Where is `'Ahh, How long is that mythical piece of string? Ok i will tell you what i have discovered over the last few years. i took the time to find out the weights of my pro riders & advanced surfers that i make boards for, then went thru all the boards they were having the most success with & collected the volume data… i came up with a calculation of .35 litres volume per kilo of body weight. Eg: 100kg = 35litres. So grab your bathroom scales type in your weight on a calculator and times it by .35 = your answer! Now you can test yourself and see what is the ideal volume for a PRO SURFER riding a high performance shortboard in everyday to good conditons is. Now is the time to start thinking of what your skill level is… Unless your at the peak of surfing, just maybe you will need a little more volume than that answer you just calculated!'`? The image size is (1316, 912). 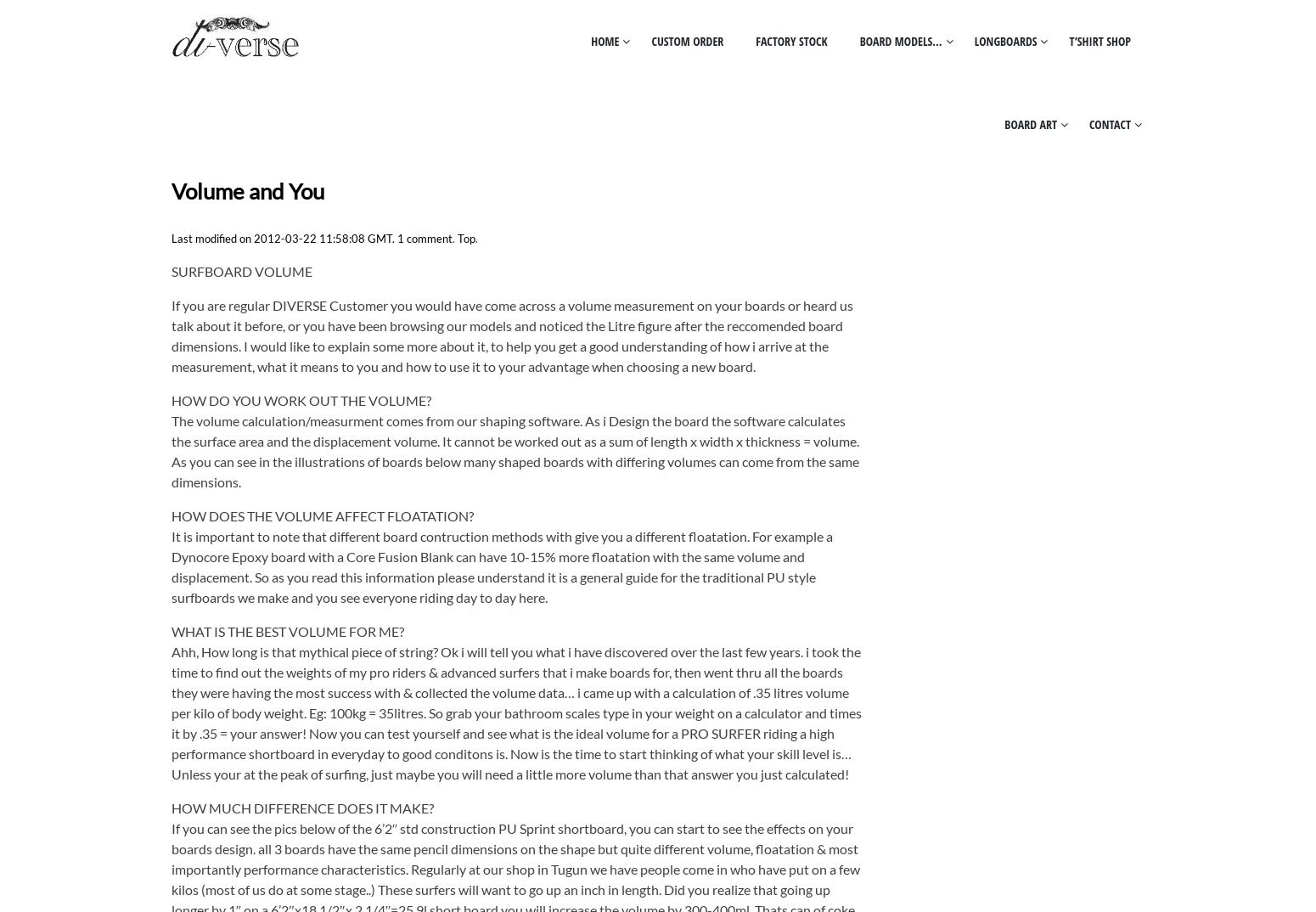
'Ahh, How long is that mythical piece of string? Ok i will tell you what i have discovered over the last few years. i took the time to find out the weights of my pro riders & advanced surfers that i make boards for, then went thru all the boards they were having the most success with & collected the volume data… i came up with a calculation of .35 litres volume per kilo of body weight. Eg: 100kg = 35litres. So grab your bathroom scales type in your weight on a calculator and times it by .35 = your answer! Now you can test yourself and see what is the ideal volume for a PRO SURFER riding a high performance shortboard in everyday to good conditons is. Now is the time to start thinking of what your skill level is… Unless your at the peak of surfing, just maybe you will need a little more volume than that answer you just calculated!' is located at coordinates (515, 712).